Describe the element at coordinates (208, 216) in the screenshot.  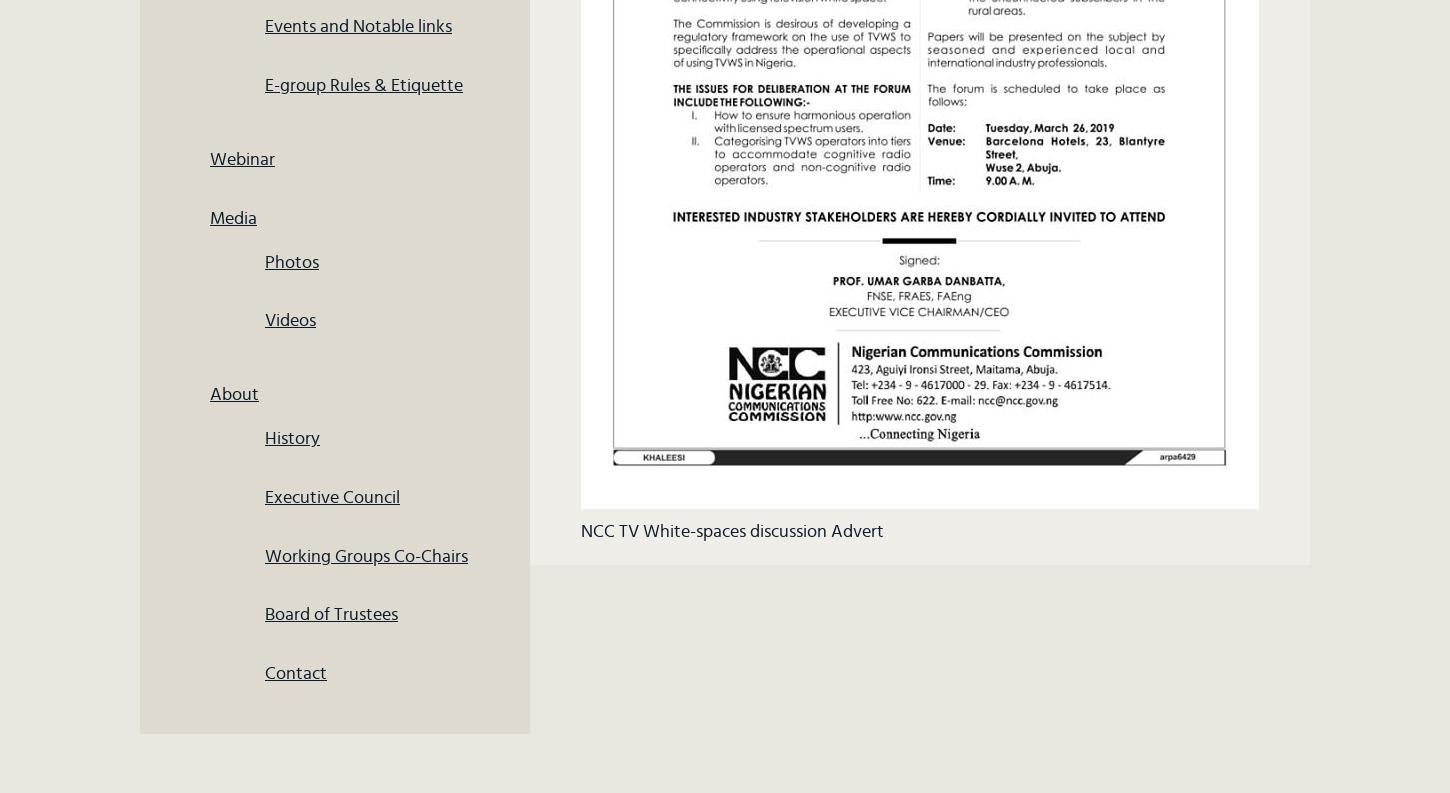
I see `'Media'` at that location.